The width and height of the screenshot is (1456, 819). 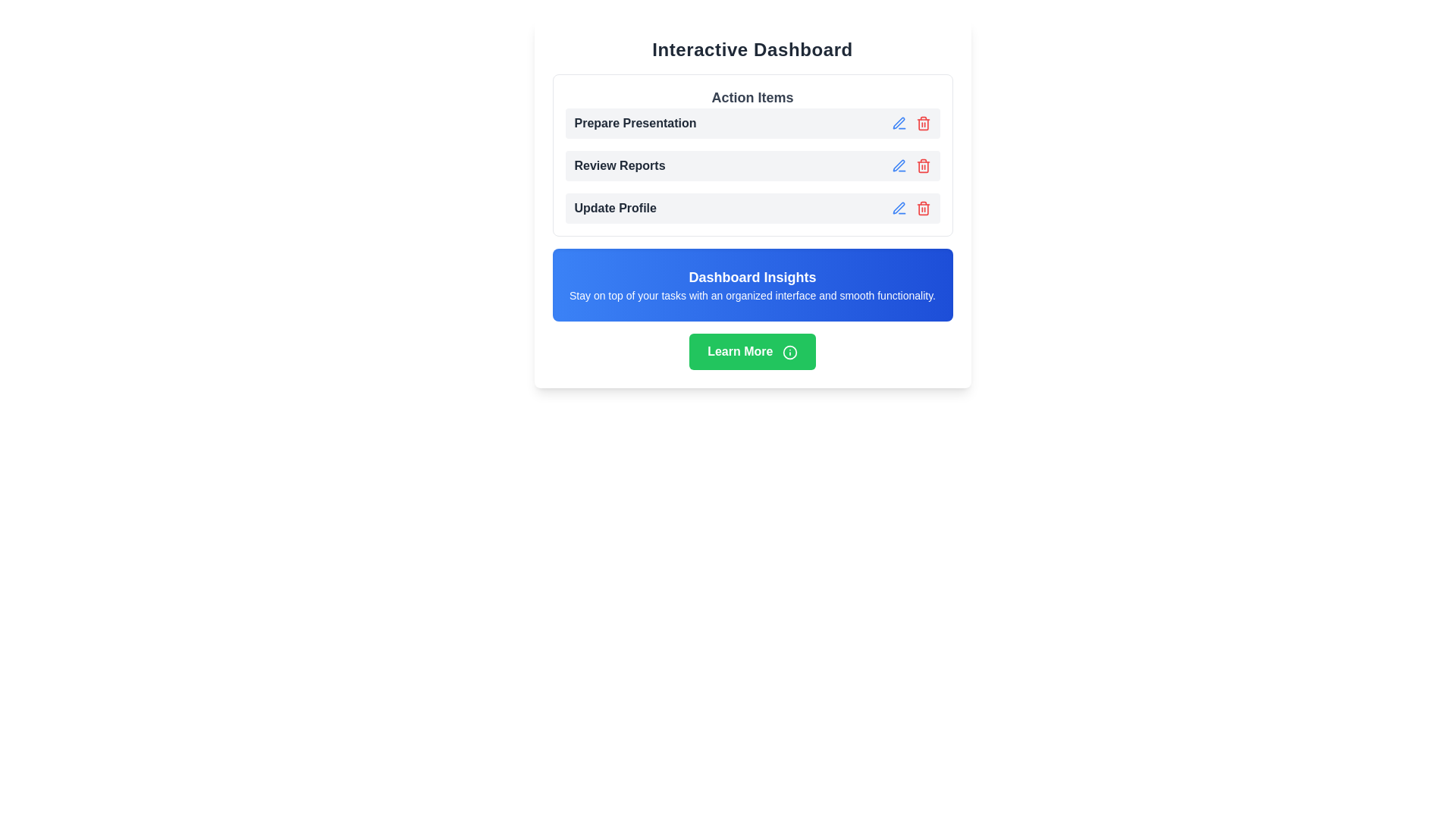 I want to click on the trash bin icon in the button group, so click(x=910, y=122).